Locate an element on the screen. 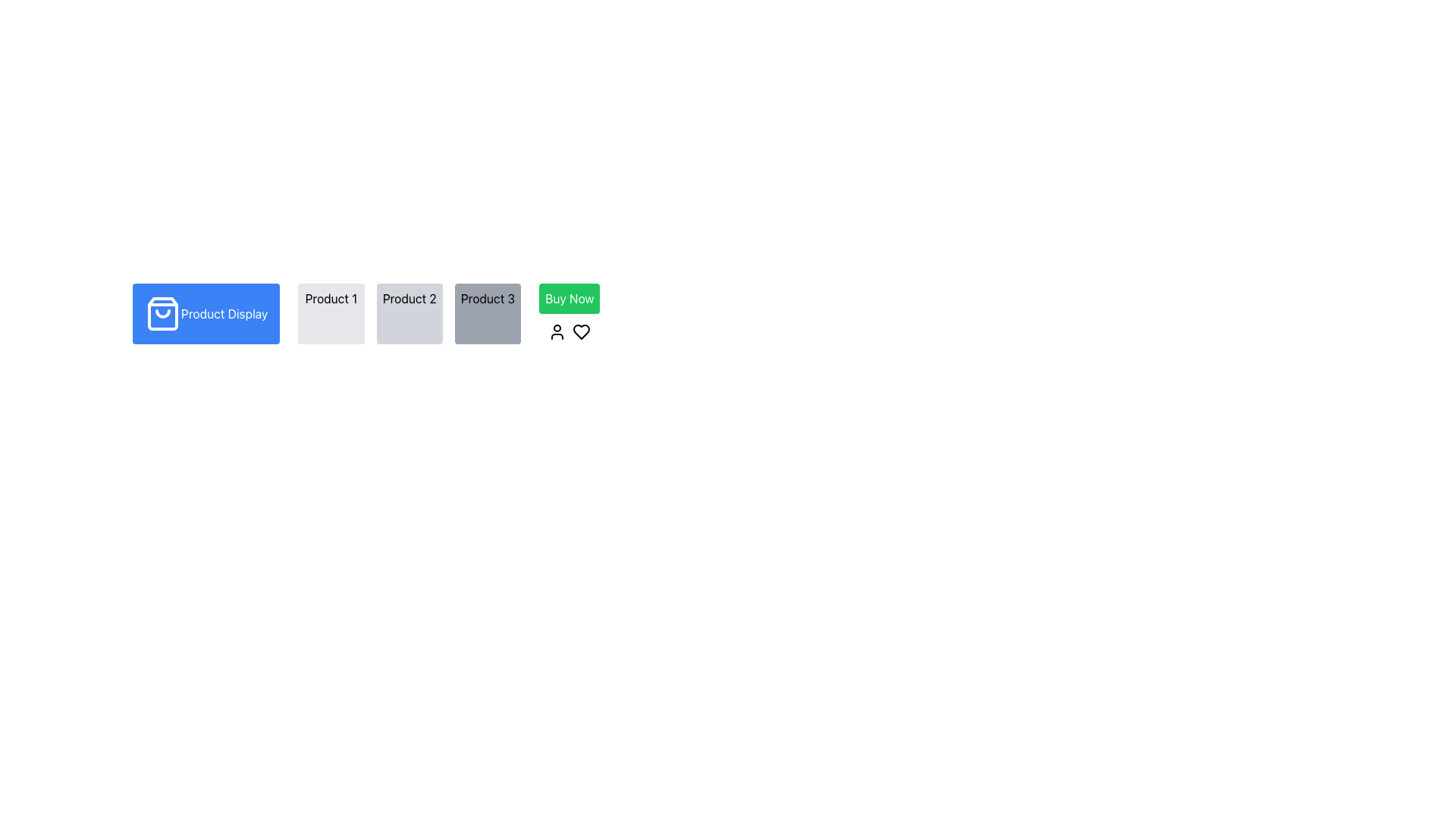  the 'Buy Now' button, which is a green rectangular button with white text, positioned towards the right side of the interface adjacent to a grey box labeled 'Product 3' is located at coordinates (569, 298).